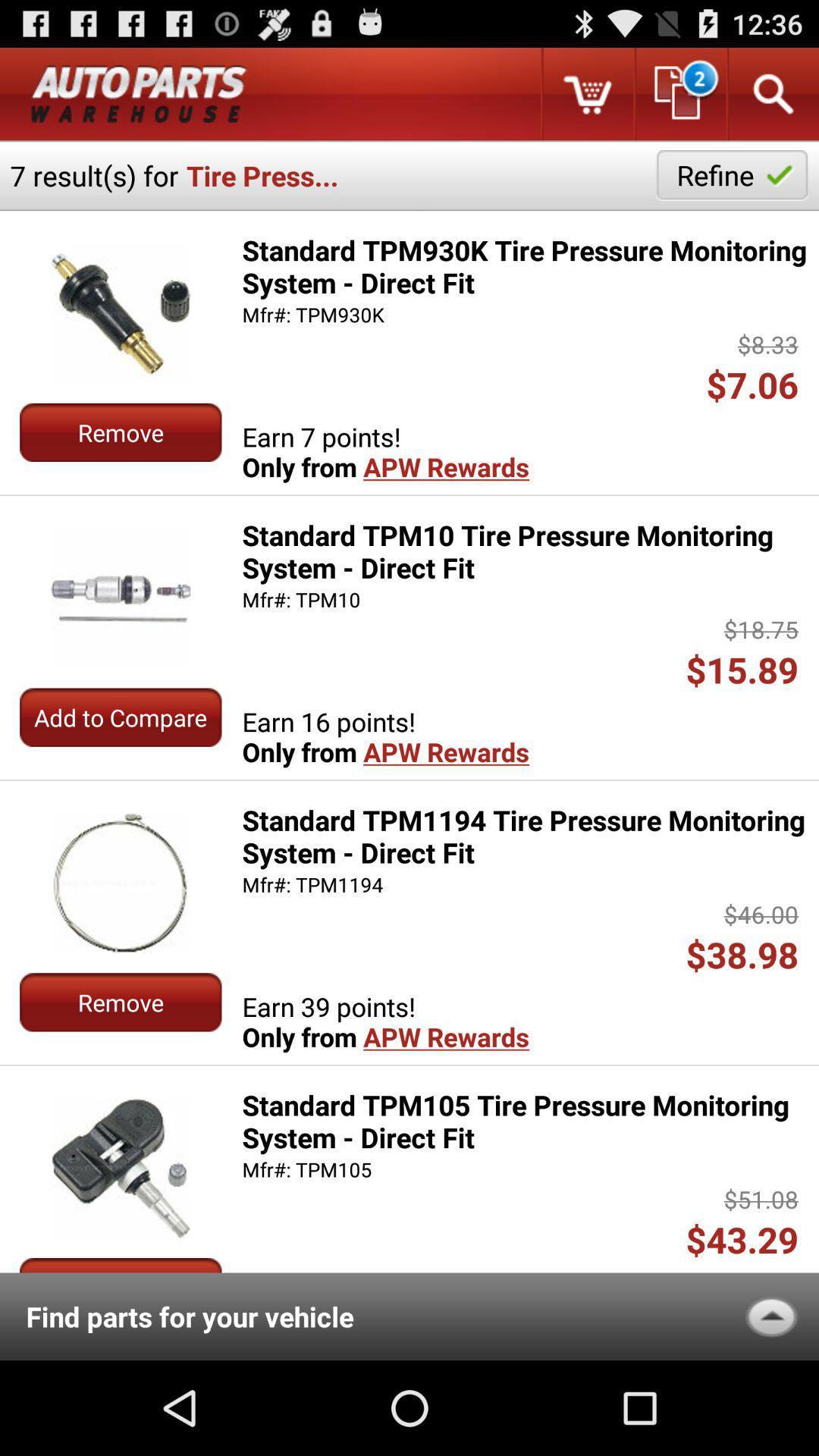 The image size is (819, 1456). Describe the element at coordinates (586, 93) in the screenshot. I see `cart` at that location.